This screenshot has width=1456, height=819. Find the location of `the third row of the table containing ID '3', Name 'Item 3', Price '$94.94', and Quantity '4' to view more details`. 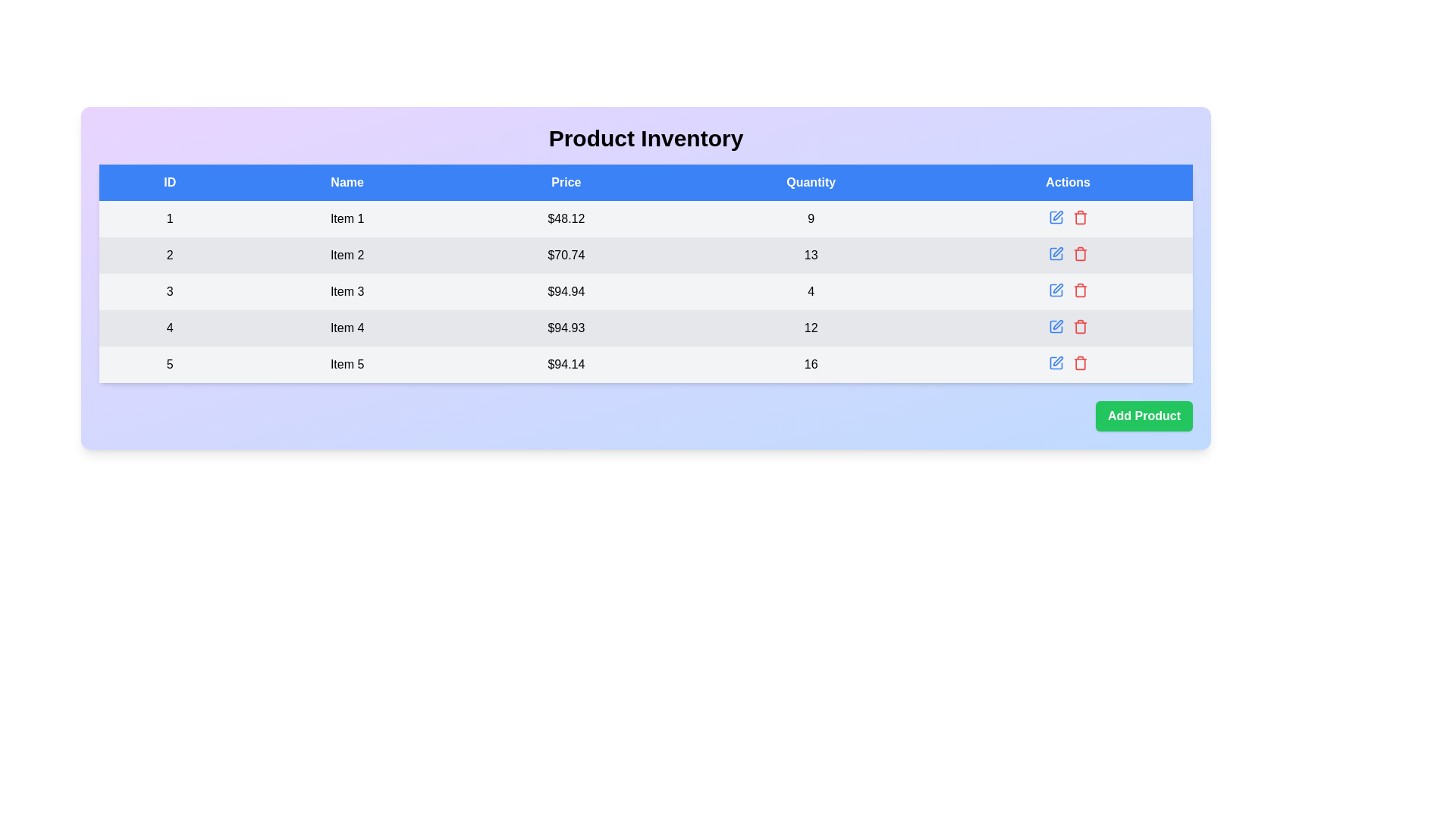

the third row of the table containing ID '3', Name 'Item 3', Price '$94.94', and Quantity '4' to view more details is located at coordinates (645, 292).